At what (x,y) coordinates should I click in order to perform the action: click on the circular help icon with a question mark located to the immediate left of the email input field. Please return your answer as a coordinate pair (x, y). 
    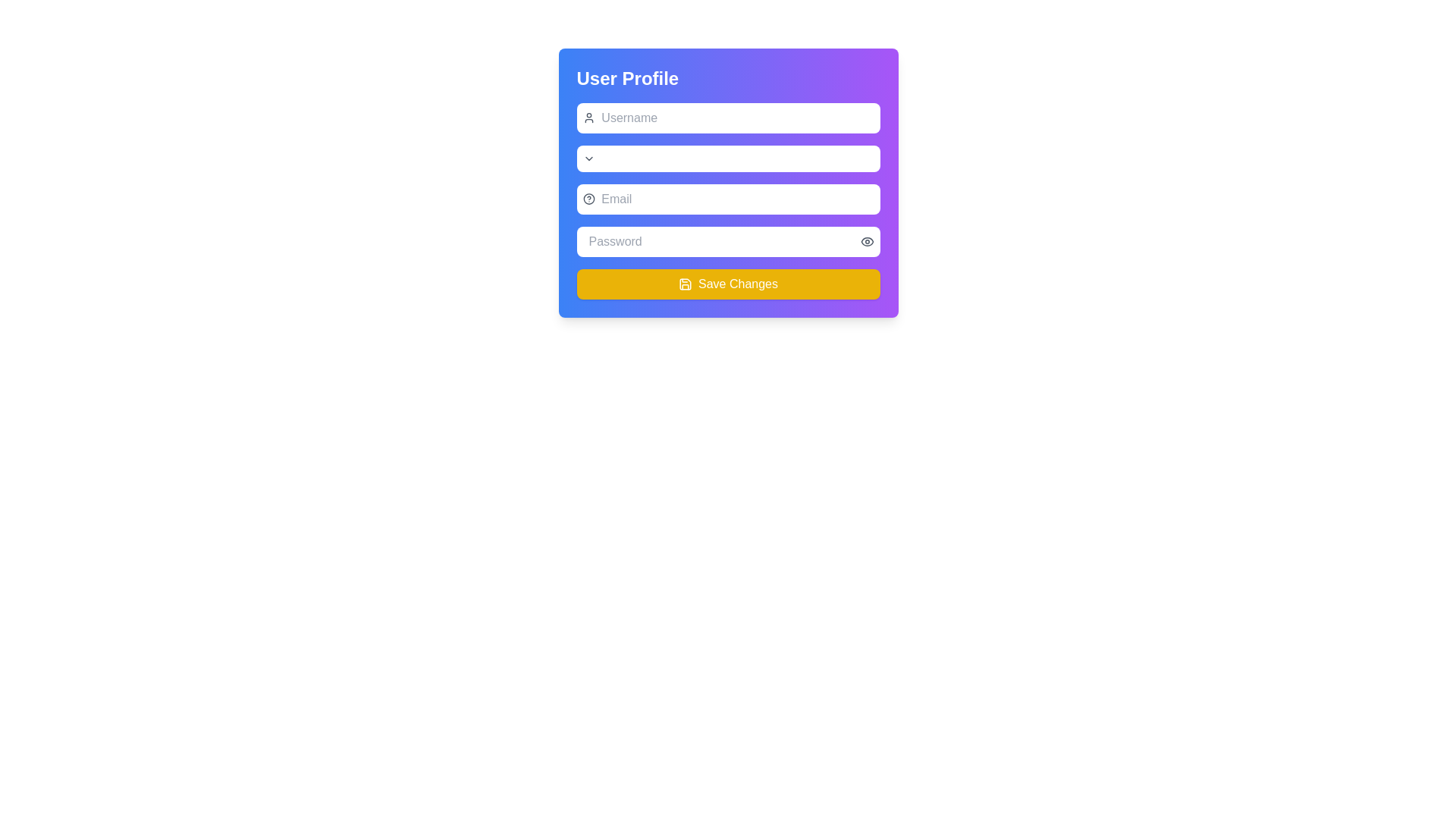
    Looking at the image, I should click on (588, 198).